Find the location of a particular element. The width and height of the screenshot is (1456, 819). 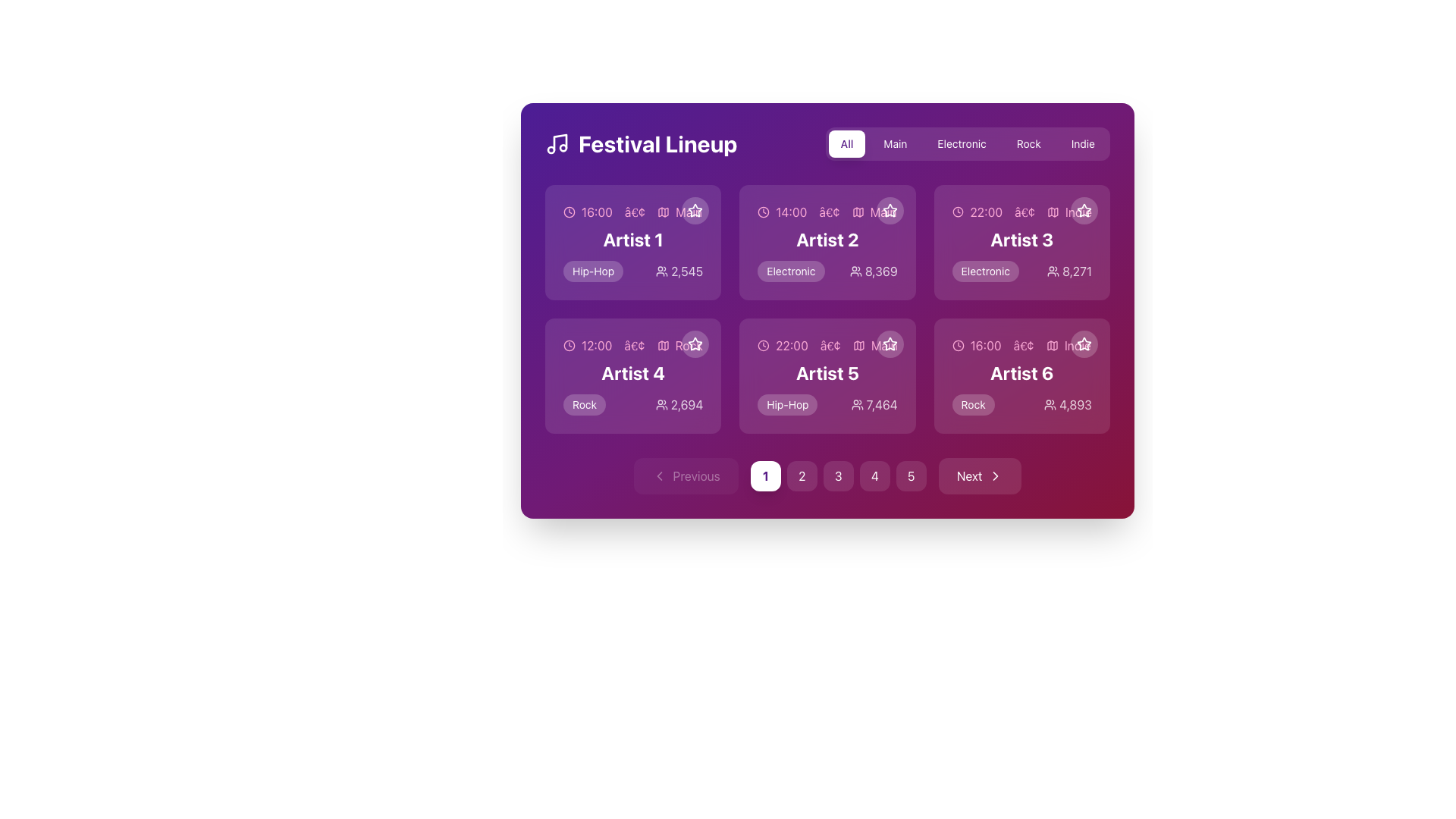

the circular bullet symbol (•) located between the time label '12:00' and the genre label 'rock' in the 'Artist 4' card is located at coordinates (634, 345).